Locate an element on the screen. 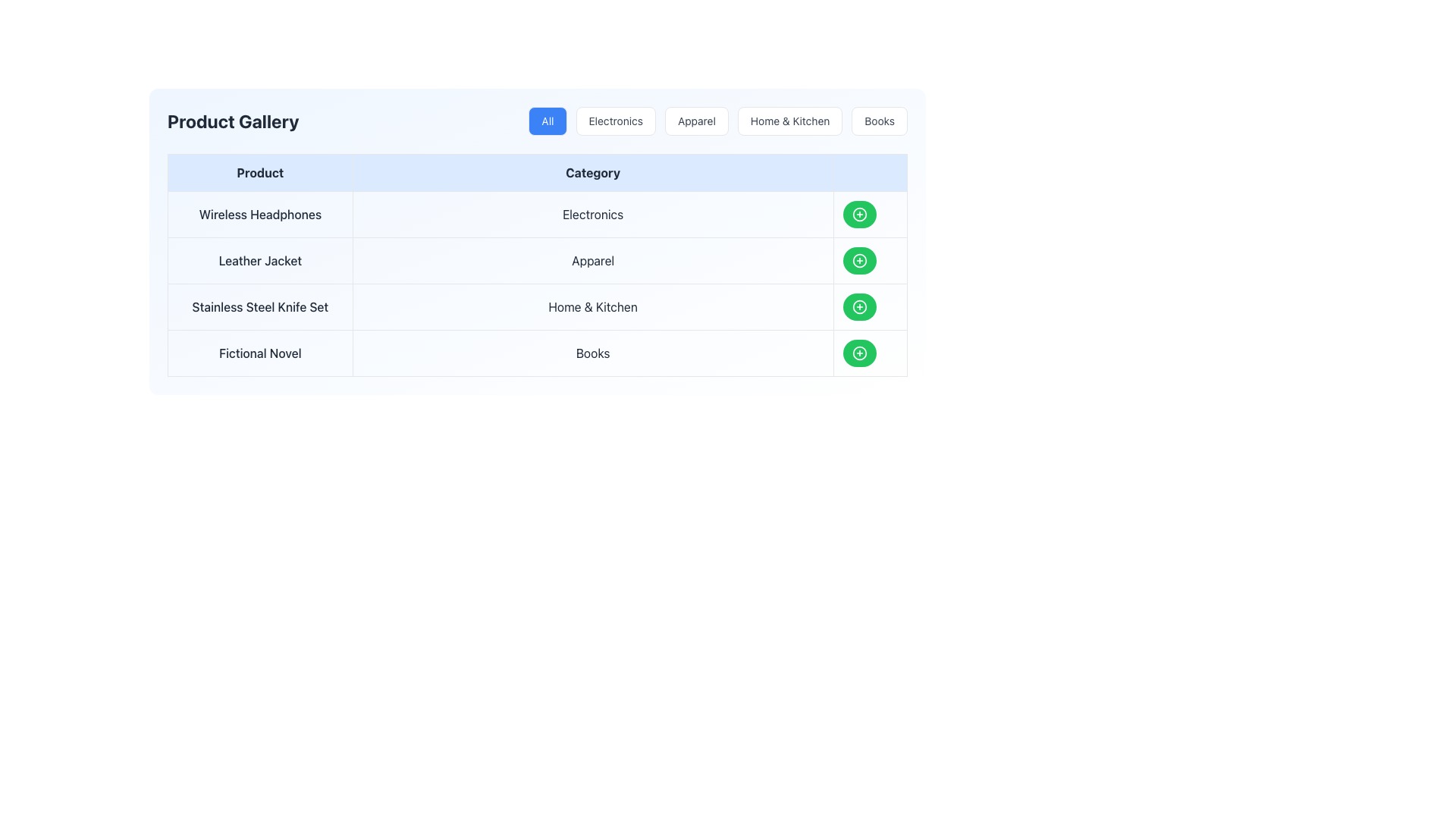  the 'Apparel' filter button located between the 'Electronics' and 'Home & Kitchen' tabs is located at coordinates (717, 120).